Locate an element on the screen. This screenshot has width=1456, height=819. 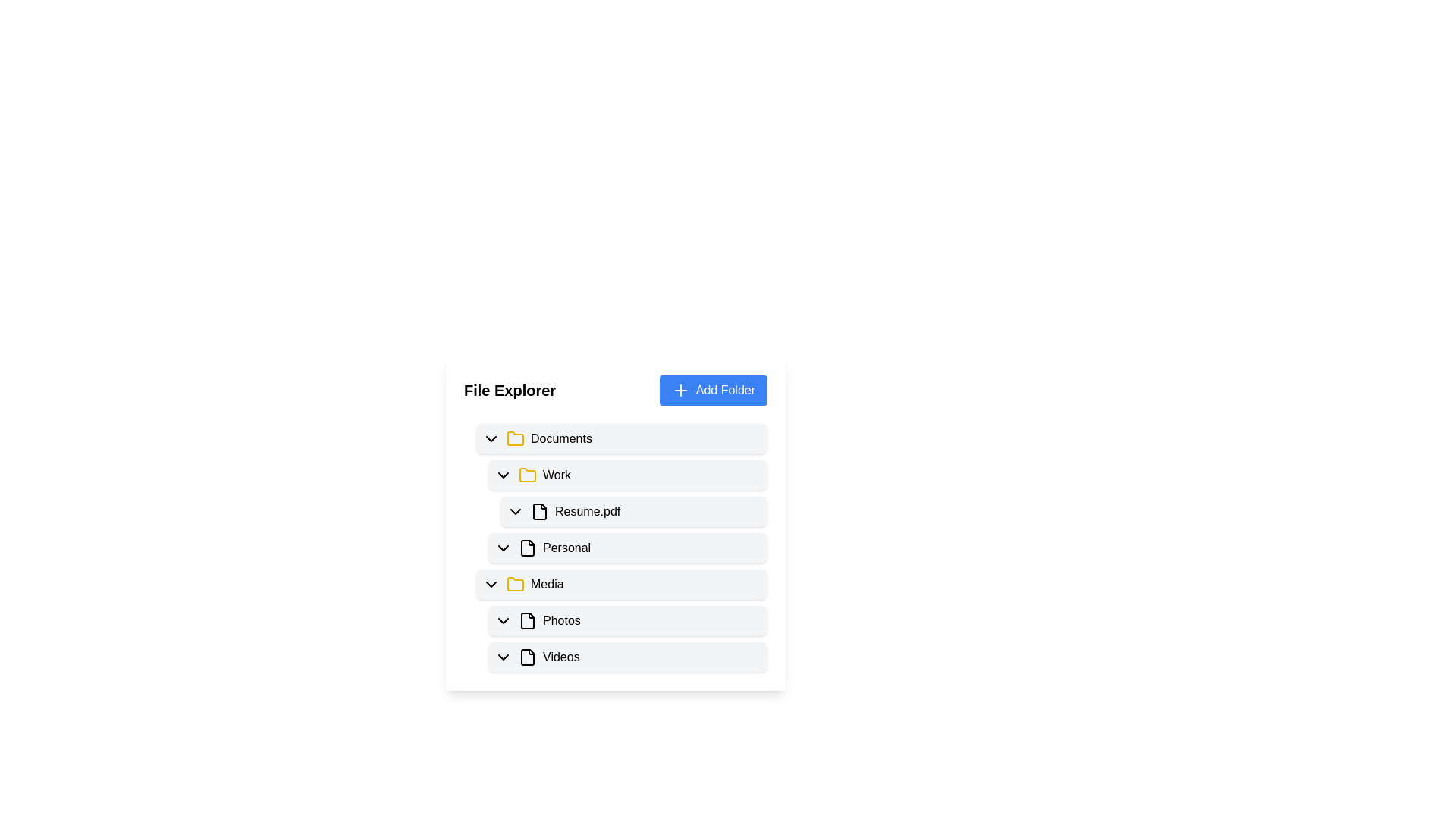
the chevron-down icon located to the left of the 'Media' label to trigger any hover effects is located at coordinates (491, 584).